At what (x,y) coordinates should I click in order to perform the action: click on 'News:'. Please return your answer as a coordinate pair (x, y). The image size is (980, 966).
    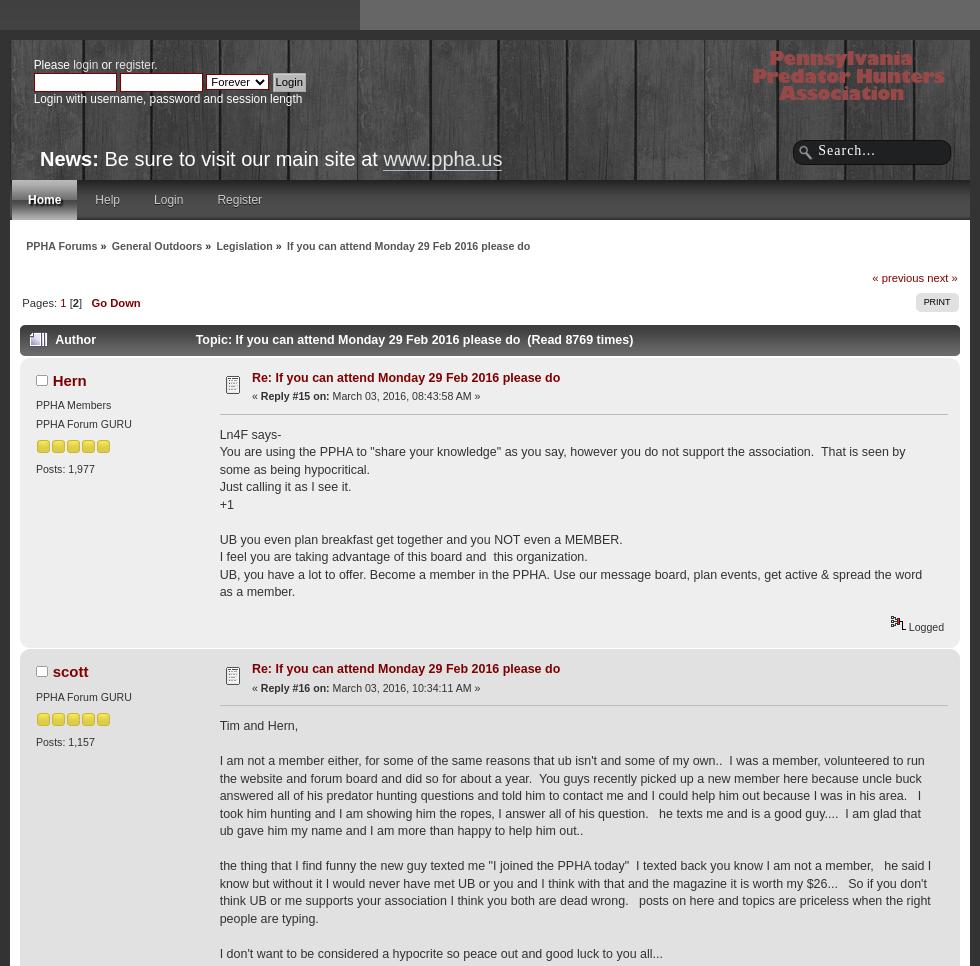
    Looking at the image, I should click on (39, 158).